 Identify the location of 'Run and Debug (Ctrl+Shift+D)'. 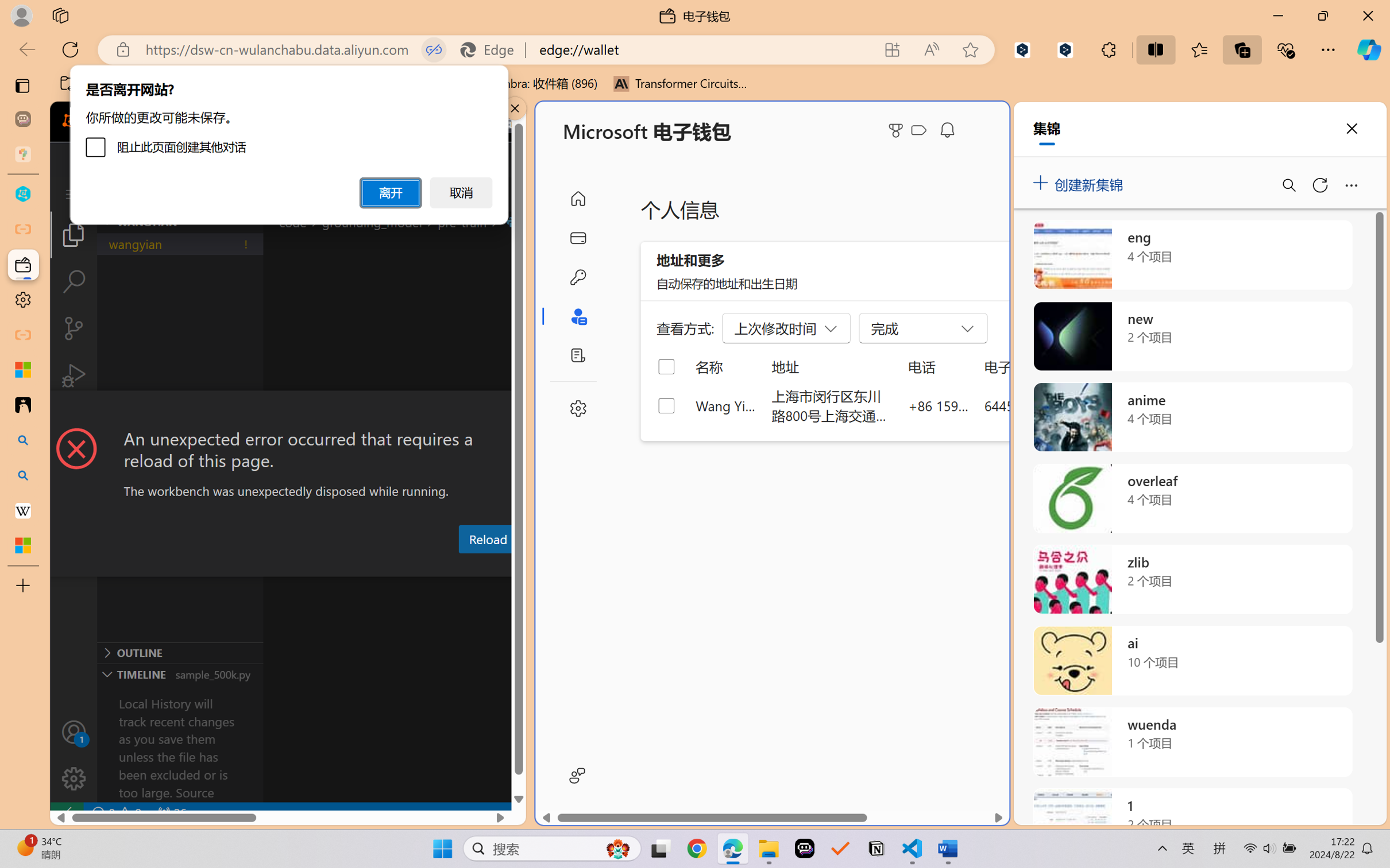
(73, 375).